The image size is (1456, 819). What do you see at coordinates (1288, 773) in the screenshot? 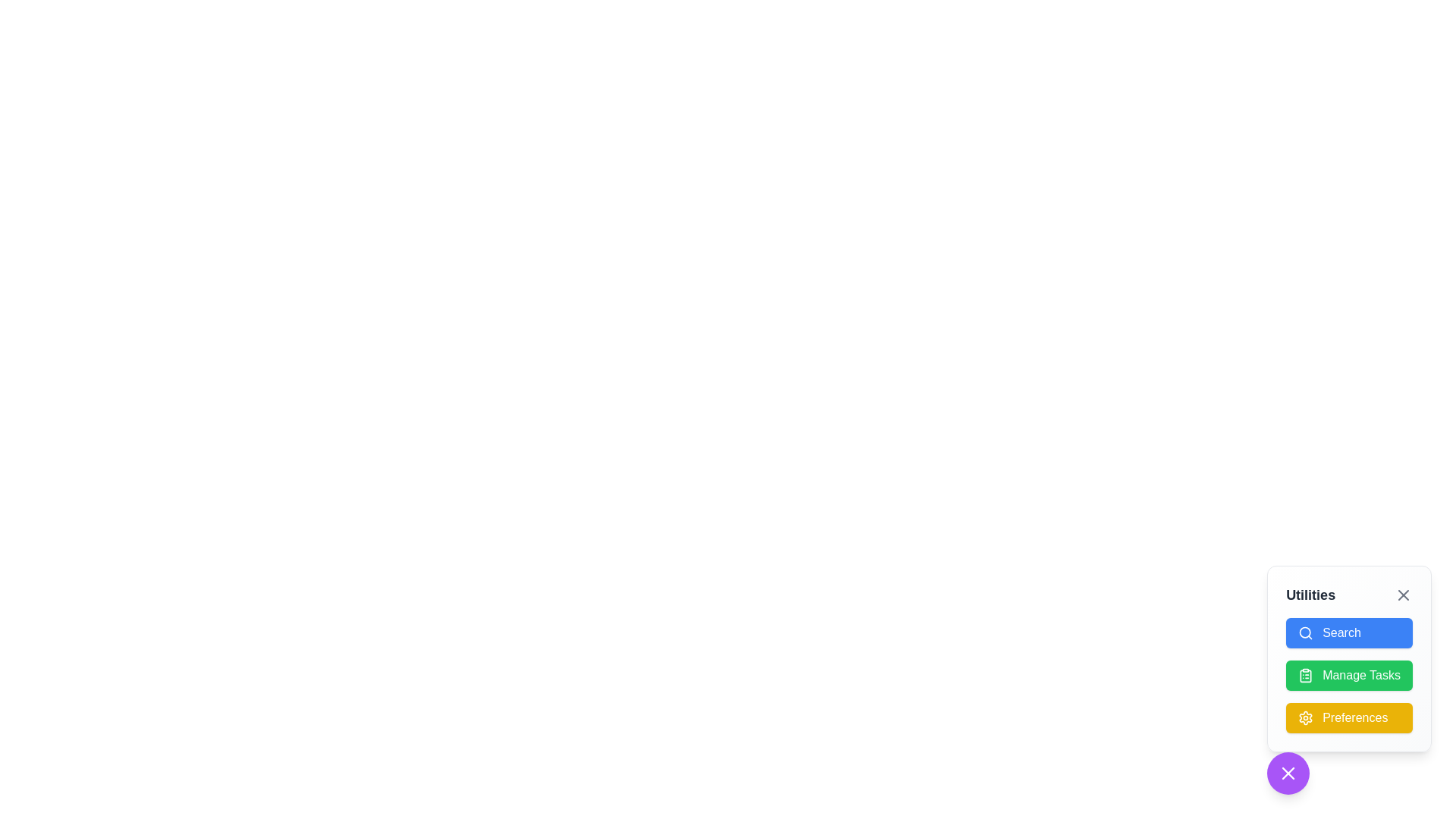
I see `the 'X' icon button inside the circular purple button located in the bottom-right corner of the Utilities popup for keyboard interaction` at bounding box center [1288, 773].